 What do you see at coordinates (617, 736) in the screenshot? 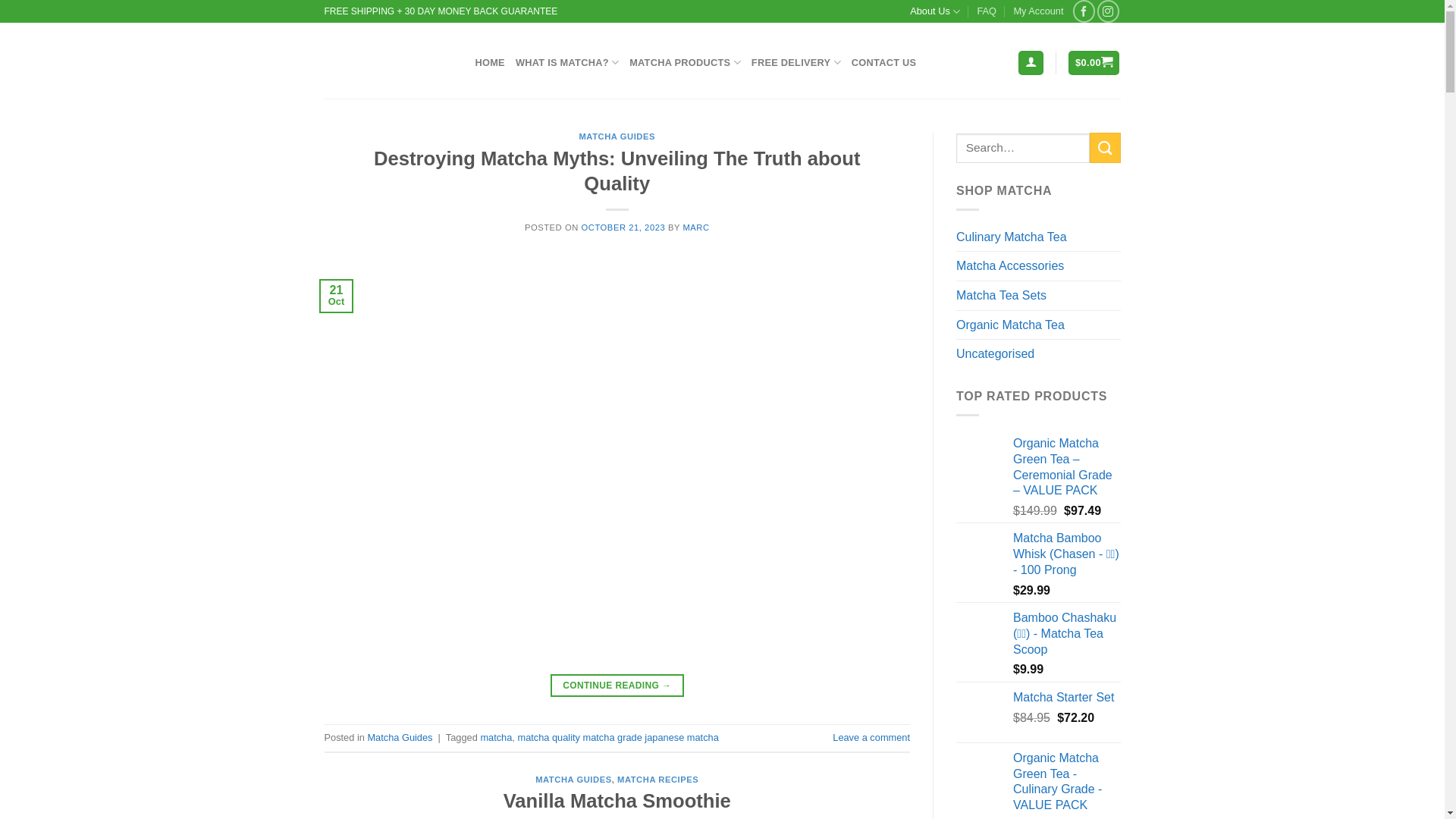
I see `'matcha quality matcha grade japanese matcha'` at bounding box center [617, 736].